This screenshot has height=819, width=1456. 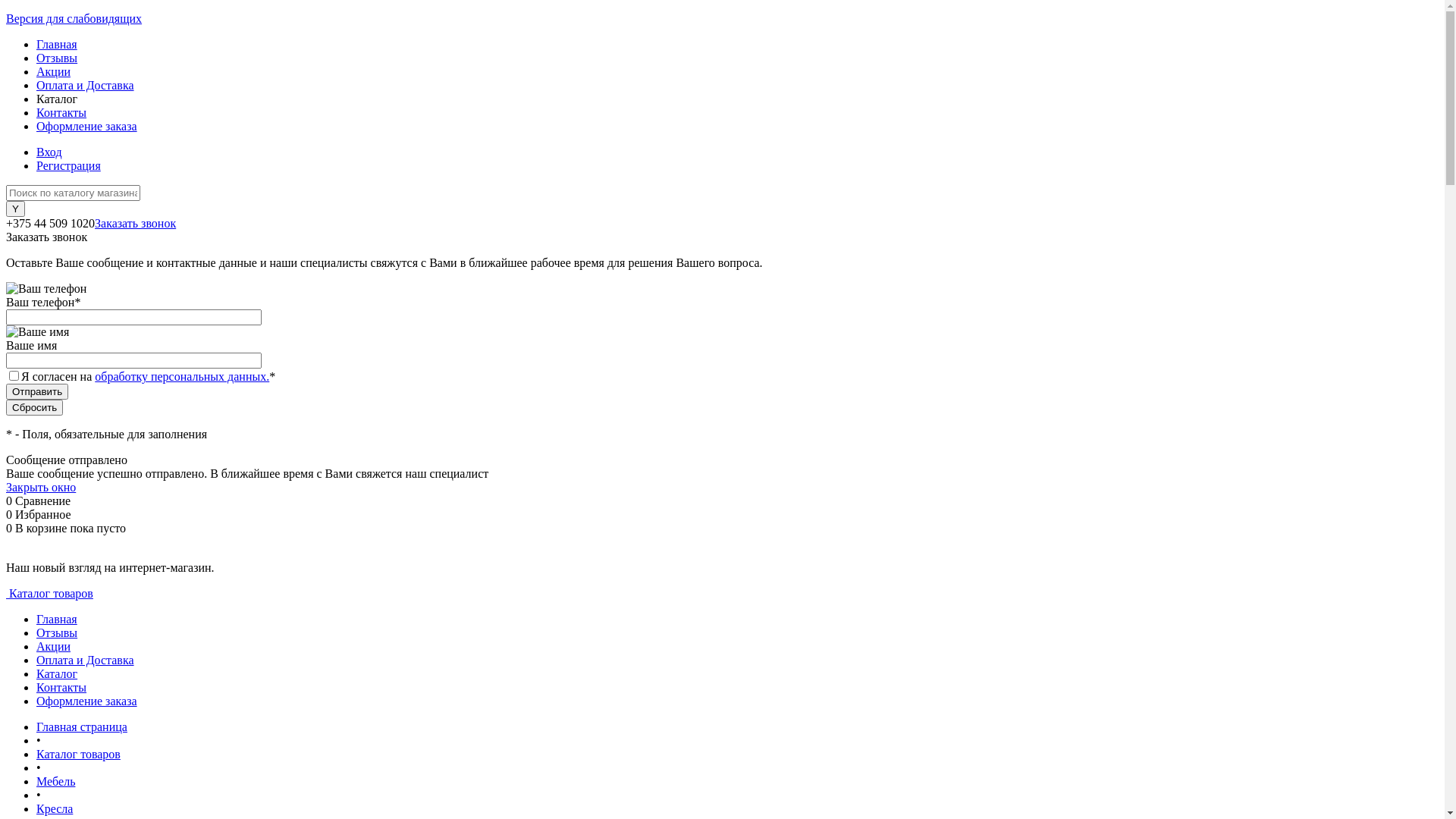 I want to click on '0', so click(x=11, y=527).